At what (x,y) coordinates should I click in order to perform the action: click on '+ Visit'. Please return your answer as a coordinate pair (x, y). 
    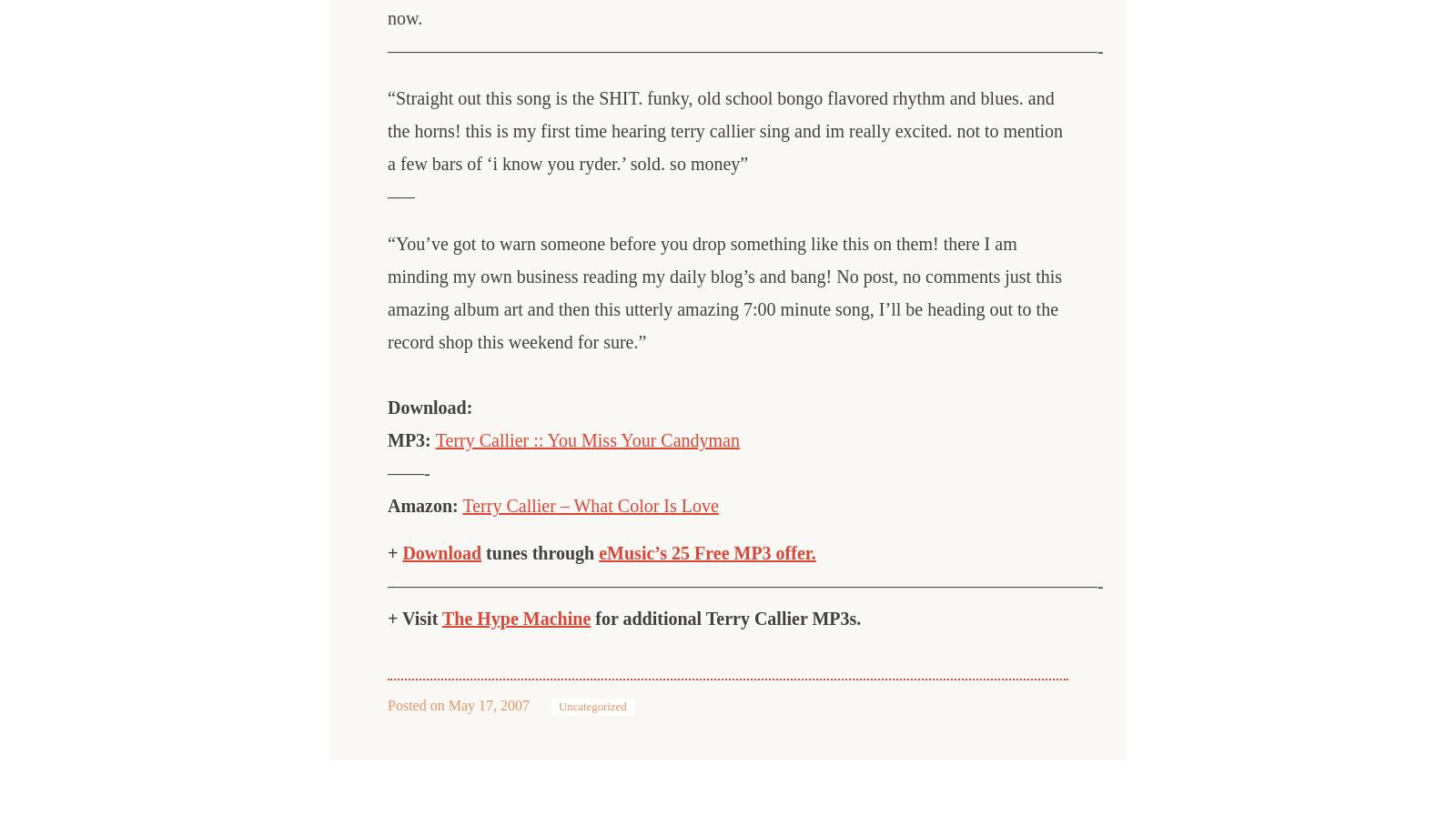
    Looking at the image, I should click on (386, 619).